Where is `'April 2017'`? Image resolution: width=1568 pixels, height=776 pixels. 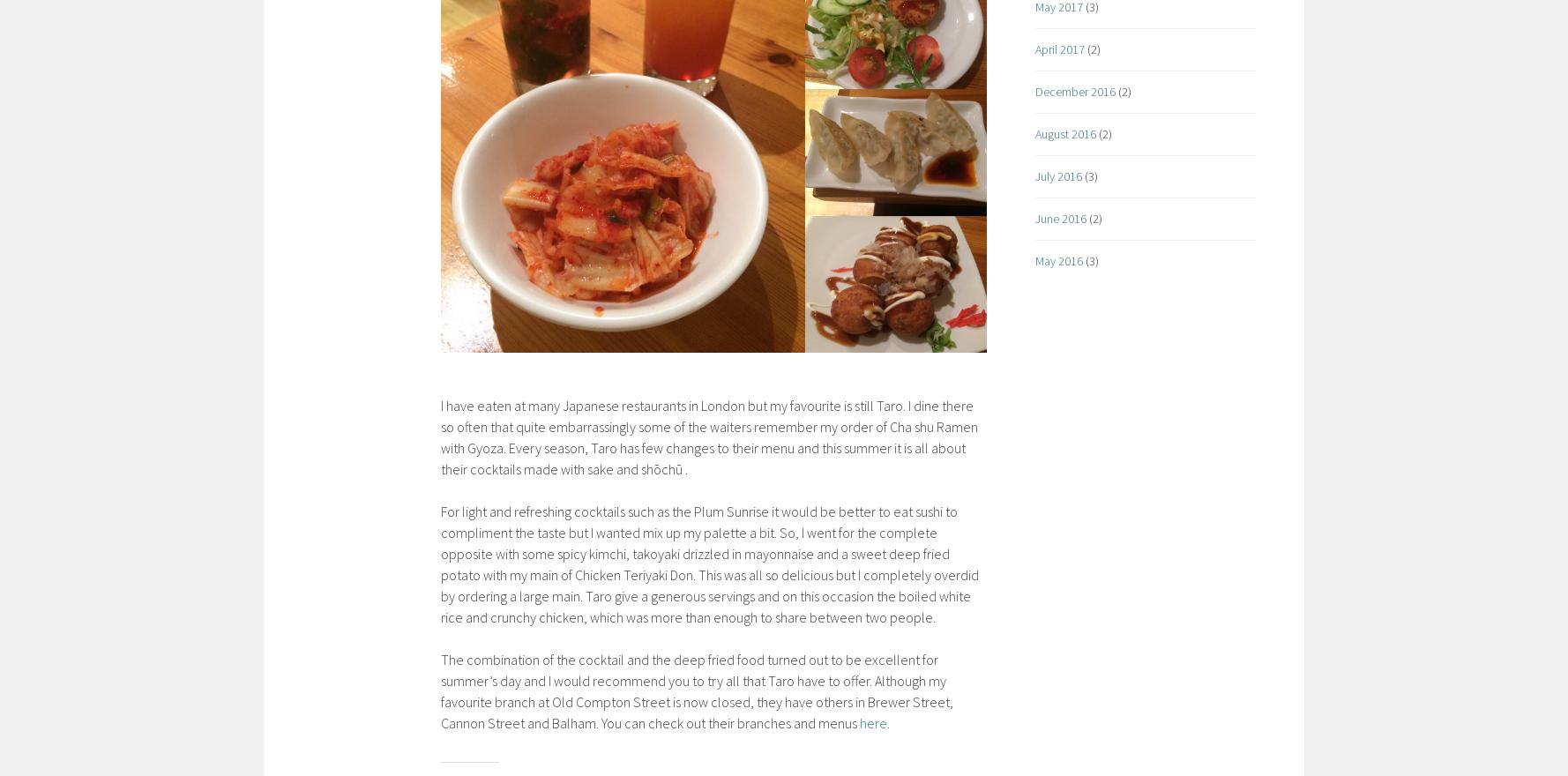
'April 2017' is located at coordinates (1059, 48).